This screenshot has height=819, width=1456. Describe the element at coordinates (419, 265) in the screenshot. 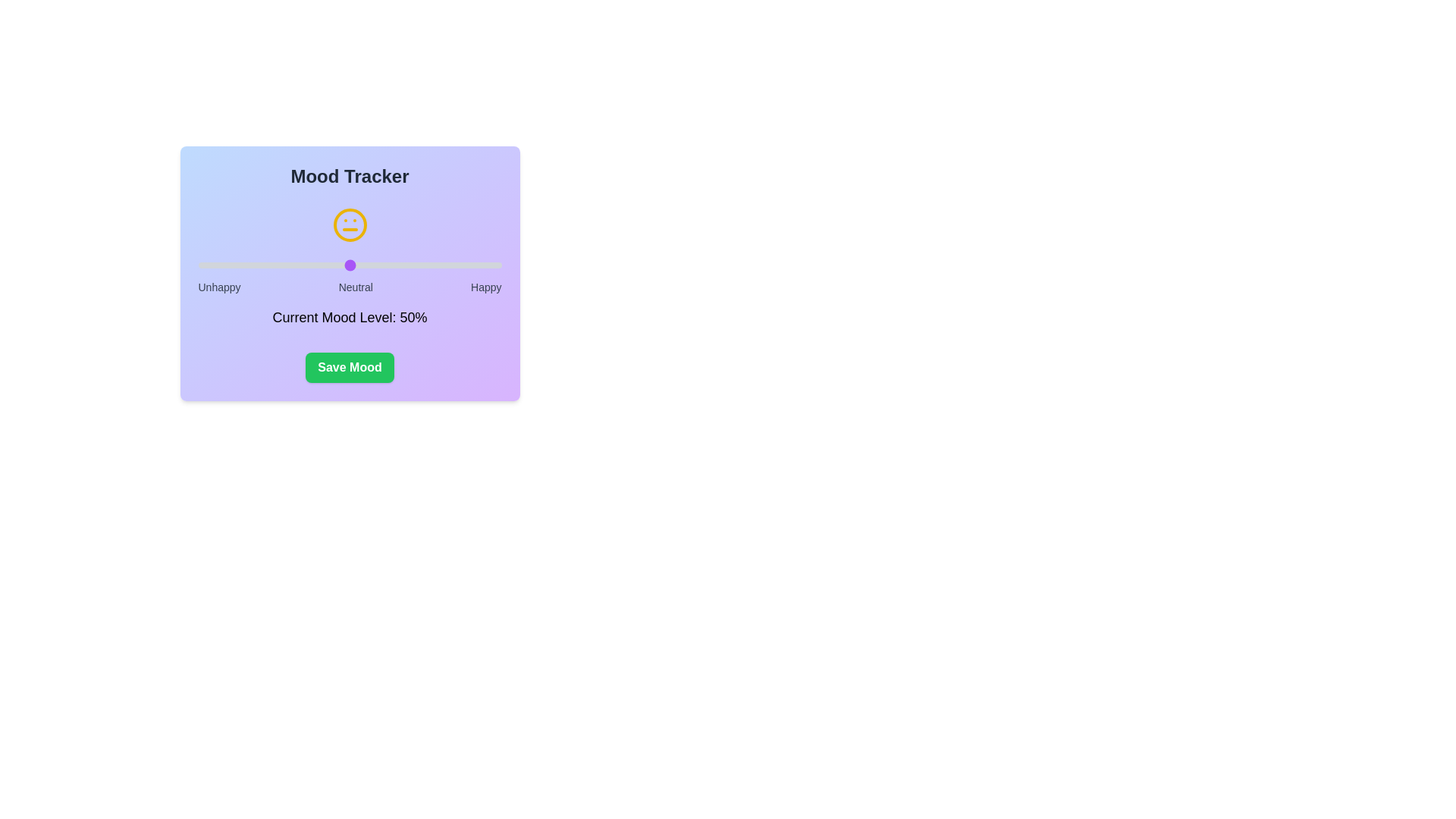

I see `the mood slider to set the mood level to 73%` at that location.